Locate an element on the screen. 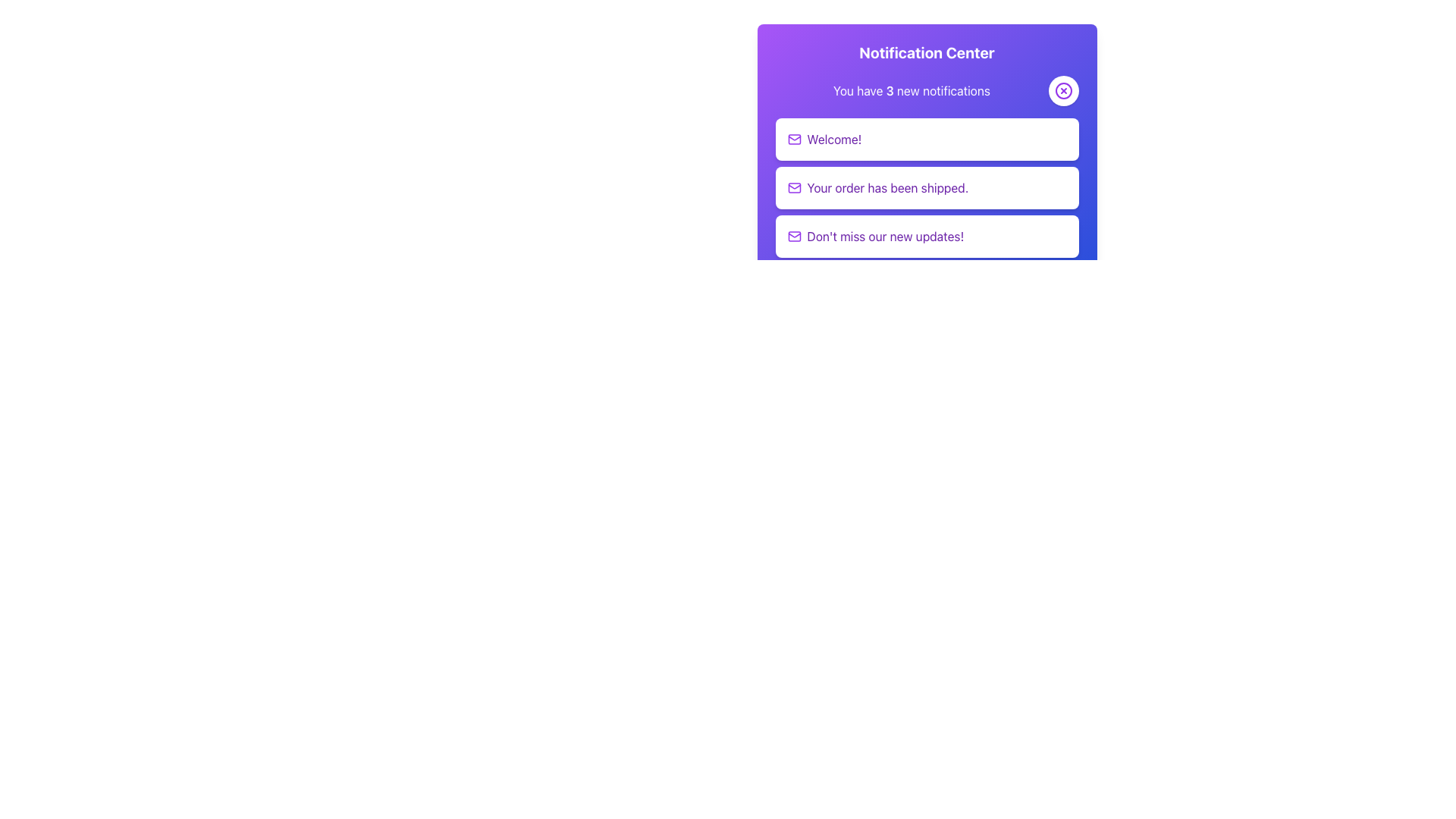  the Notification card displaying the message 'Welcome!' which is the first card in the notification center panel is located at coordinates (926, 140).